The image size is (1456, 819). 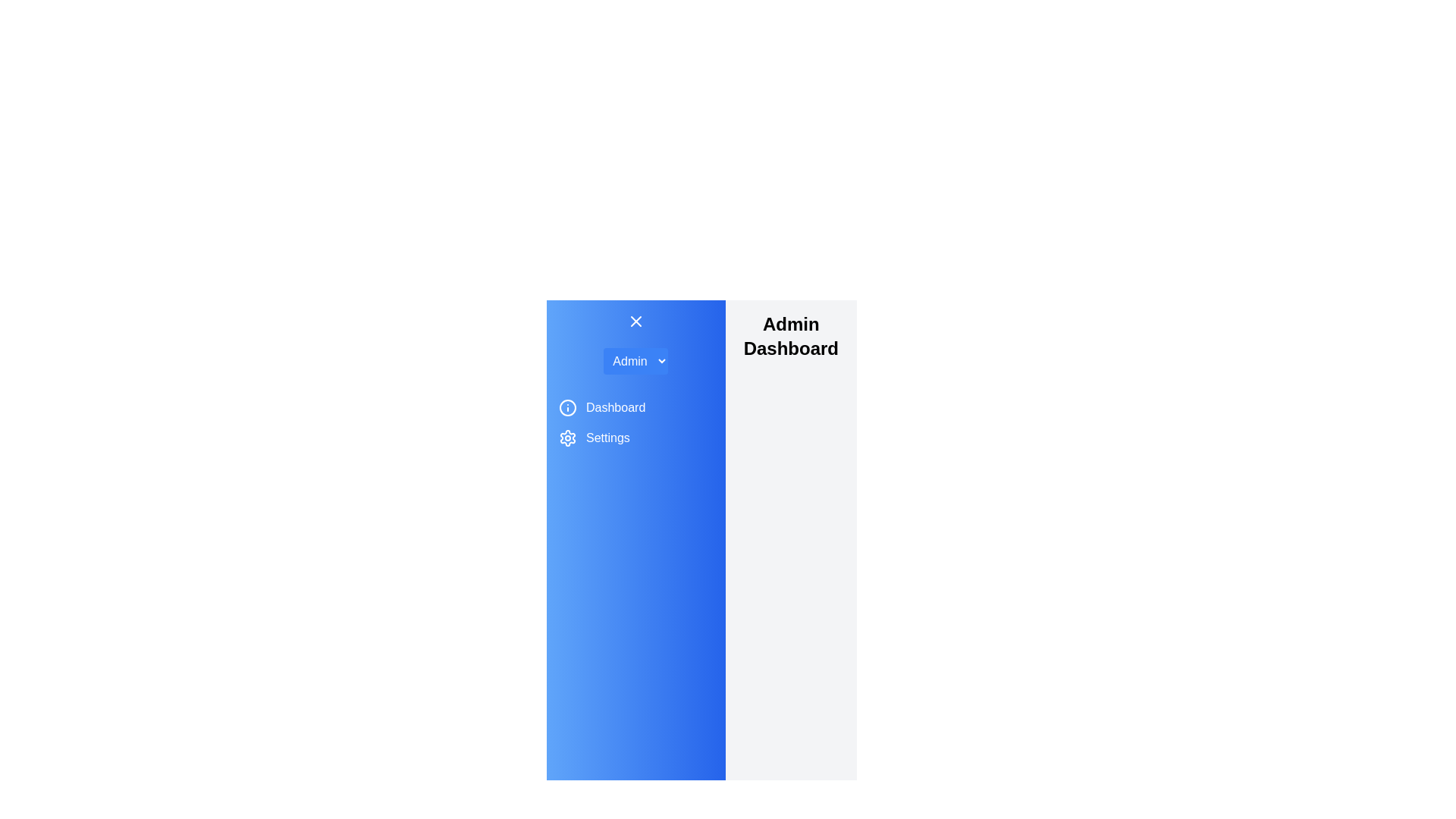 What do you see at coordinates (615, 406) in the screenshot?
I see `the menu item labeled Dashboard` at bounding box center [615, 406].